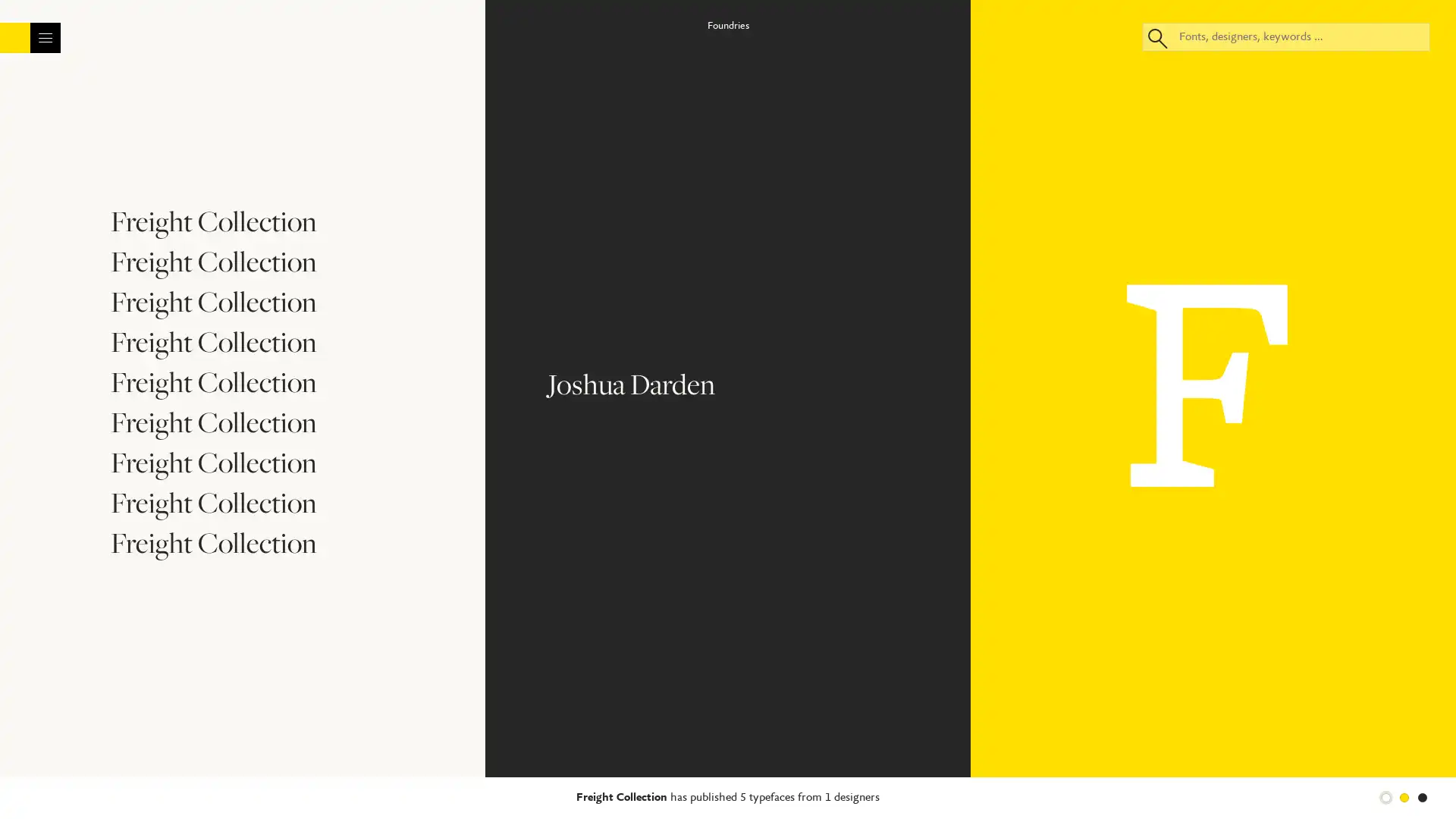 This screenshot has width=1456, height=819. I want to click on Close, so click(1430, 785).